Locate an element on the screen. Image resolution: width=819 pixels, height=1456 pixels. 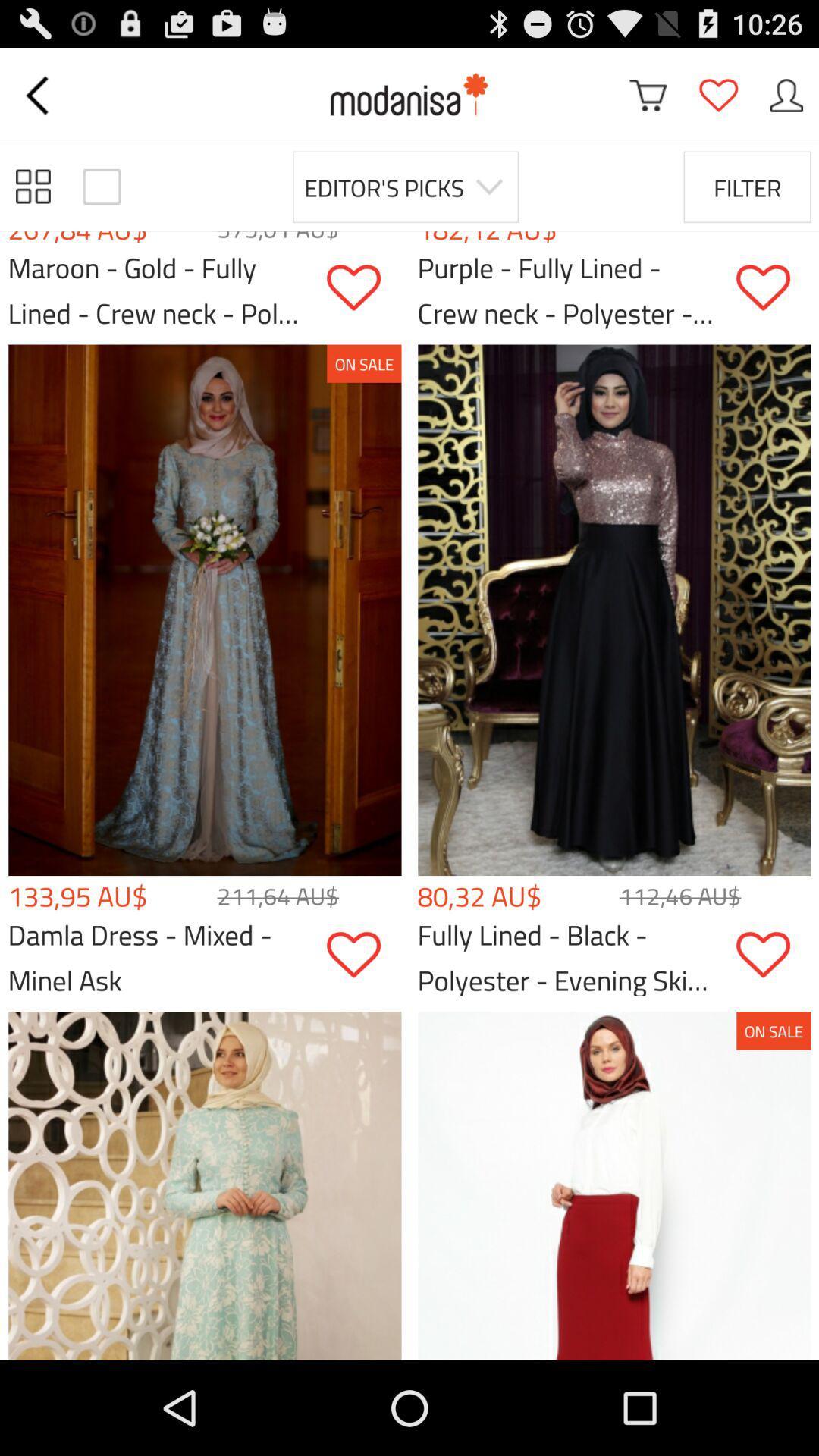
favorite is located at coordinates (363, 287).